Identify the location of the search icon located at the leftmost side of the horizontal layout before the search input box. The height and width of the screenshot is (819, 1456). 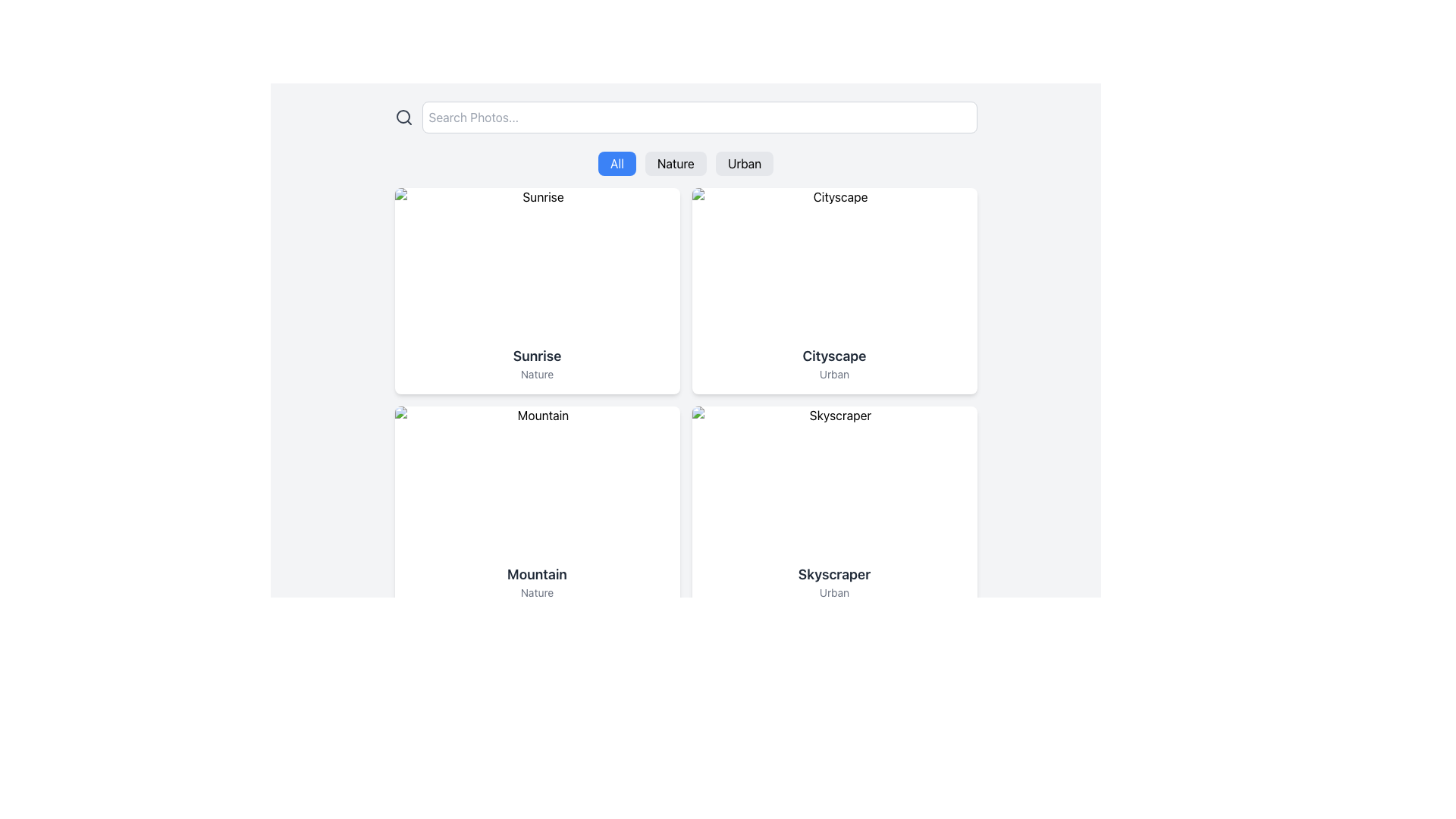
(403, 116).